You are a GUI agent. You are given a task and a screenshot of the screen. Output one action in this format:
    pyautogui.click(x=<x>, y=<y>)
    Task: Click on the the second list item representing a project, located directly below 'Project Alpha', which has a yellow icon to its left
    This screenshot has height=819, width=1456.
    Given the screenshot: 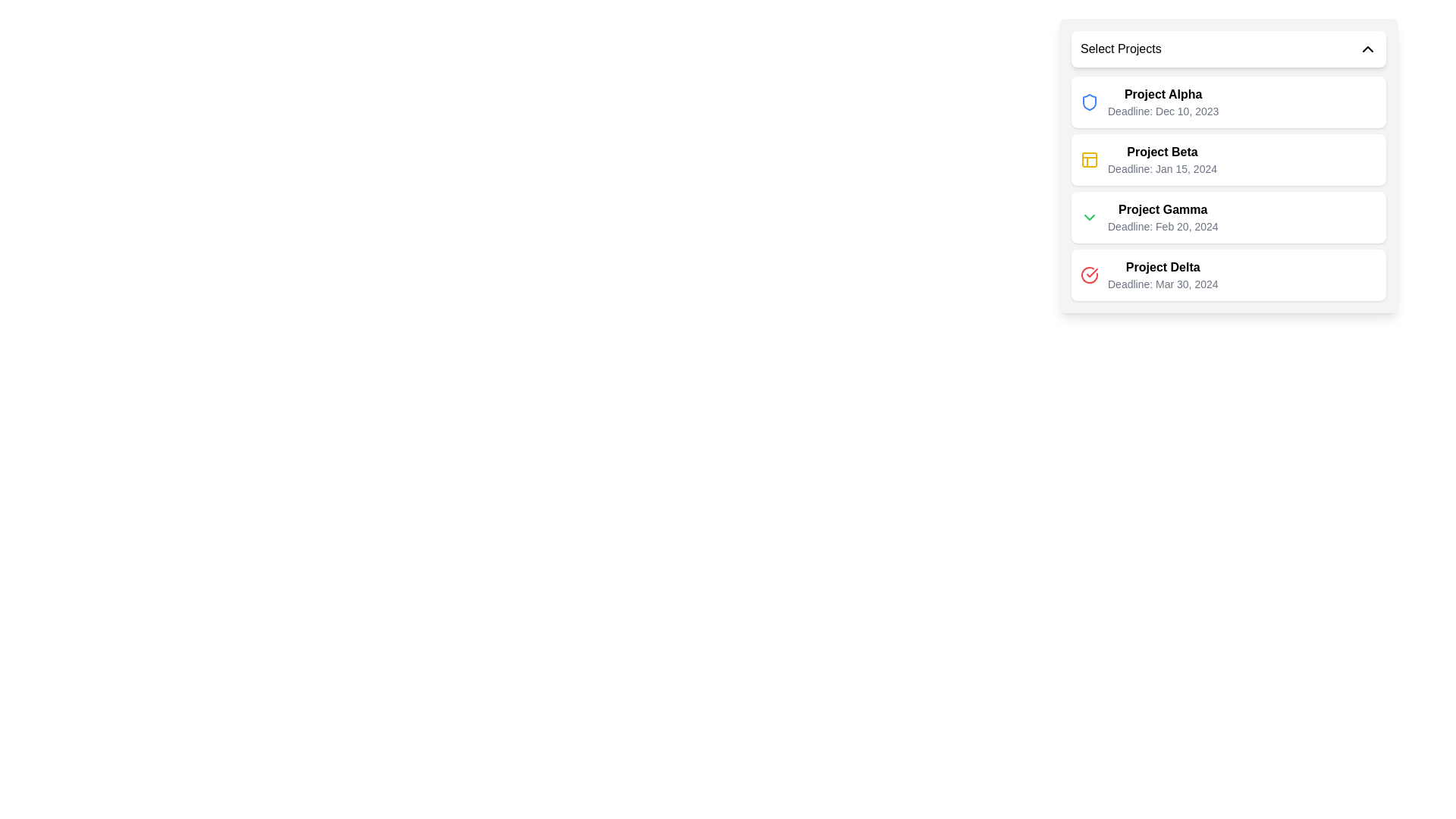 What is the action you would take?
    pyautogui.click(x=1161, y=160)
    